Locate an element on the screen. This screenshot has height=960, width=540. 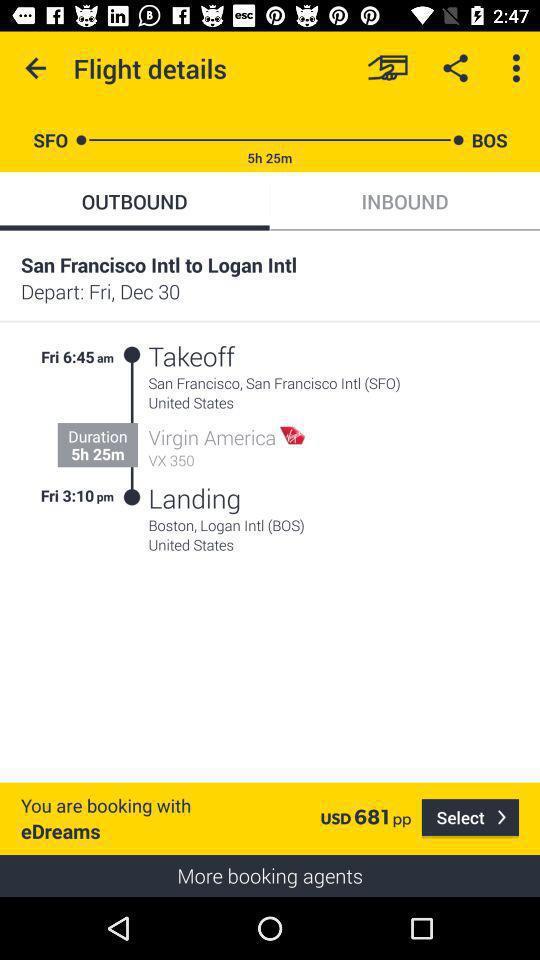
the item next to the flight details is located at coordinates (387, 68).